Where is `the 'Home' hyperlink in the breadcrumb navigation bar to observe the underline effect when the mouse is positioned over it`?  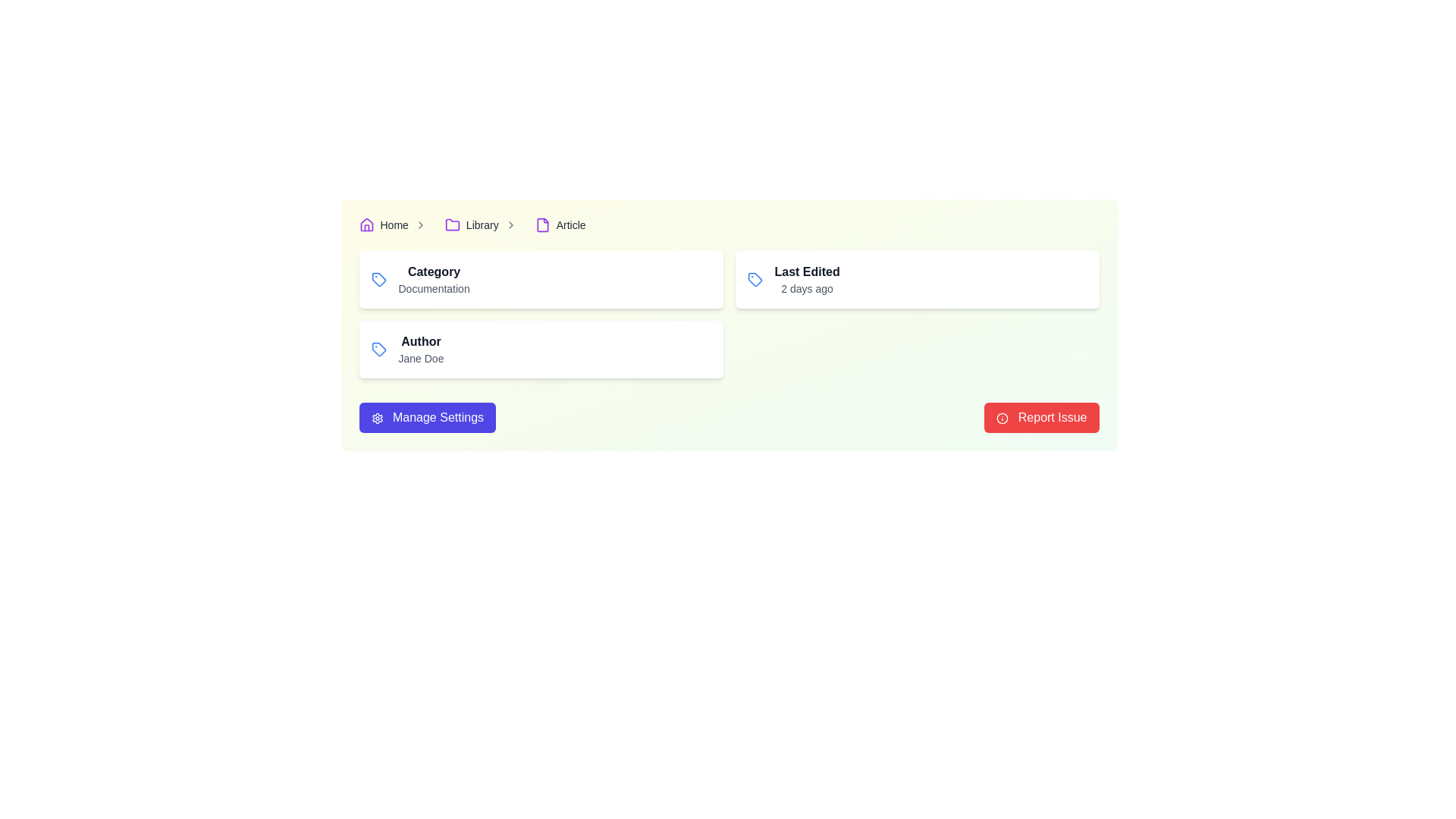 the 'Home' hyperlink in the breadcrumb navigation bar to observe the underline effect when the mouse is positioned over it is located at coordinates (394, 225).